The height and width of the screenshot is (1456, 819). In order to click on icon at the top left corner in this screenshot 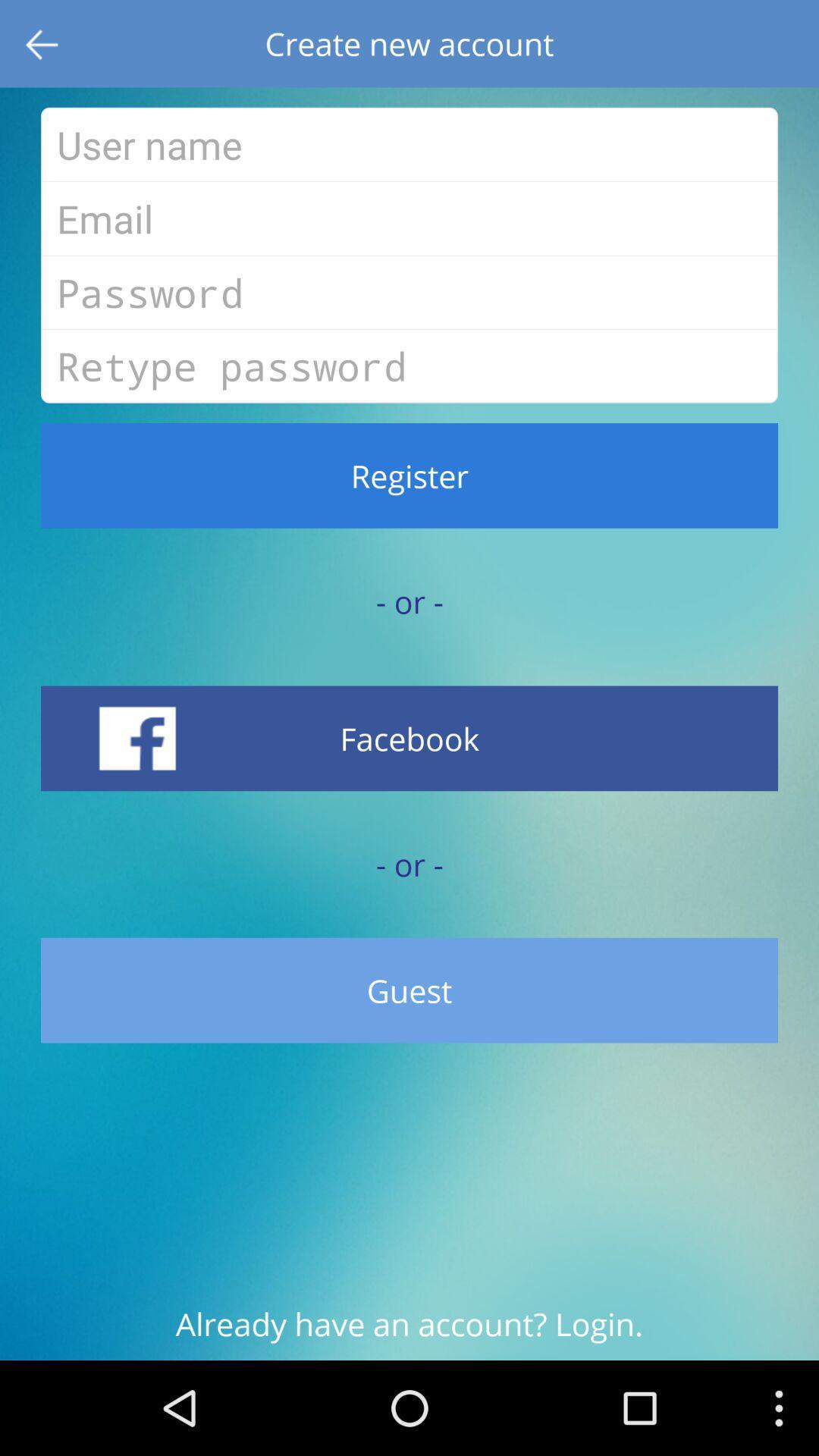, I will do `click(42, 43)`.